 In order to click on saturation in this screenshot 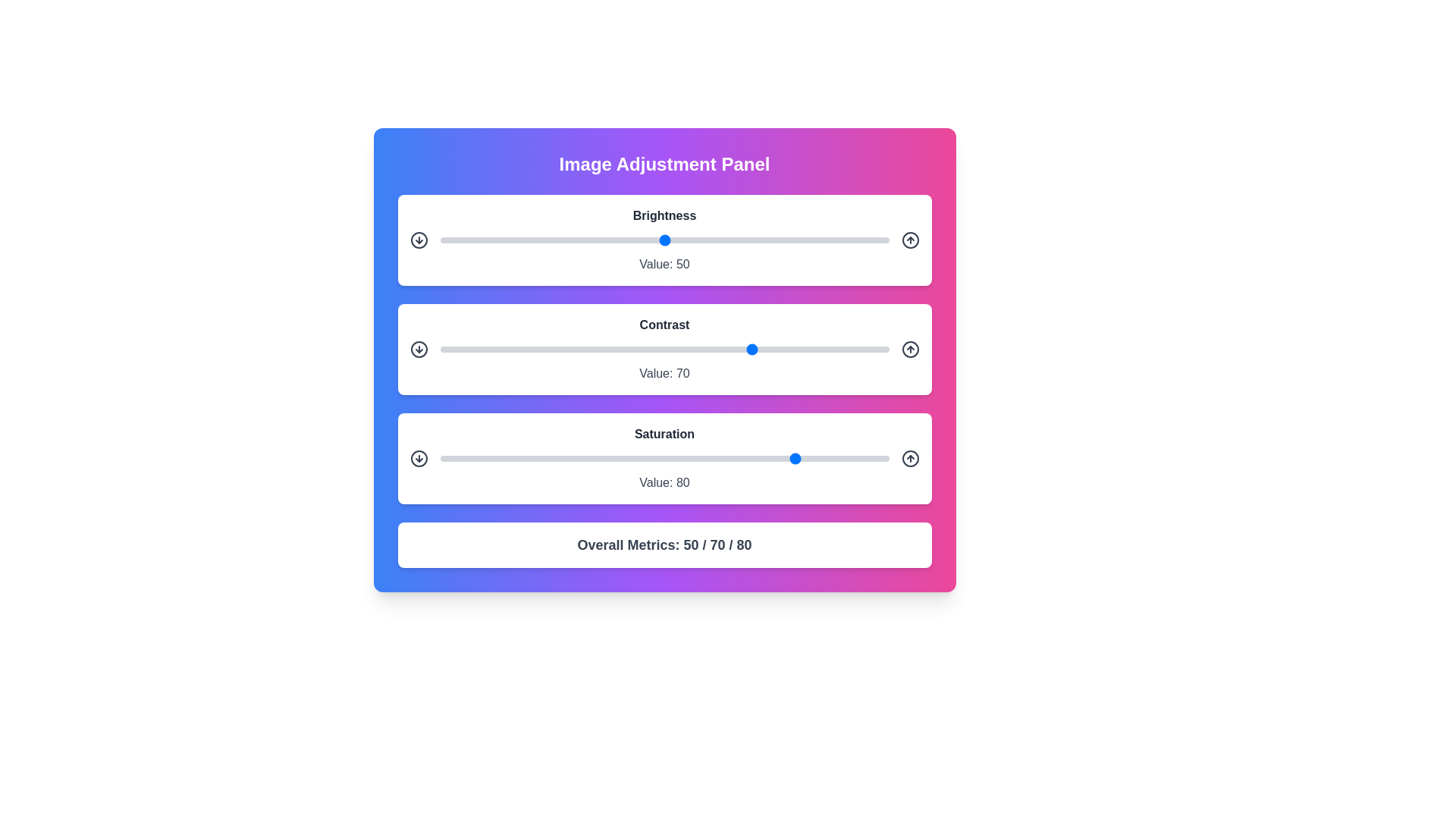, I will do `click(578, 458)`.